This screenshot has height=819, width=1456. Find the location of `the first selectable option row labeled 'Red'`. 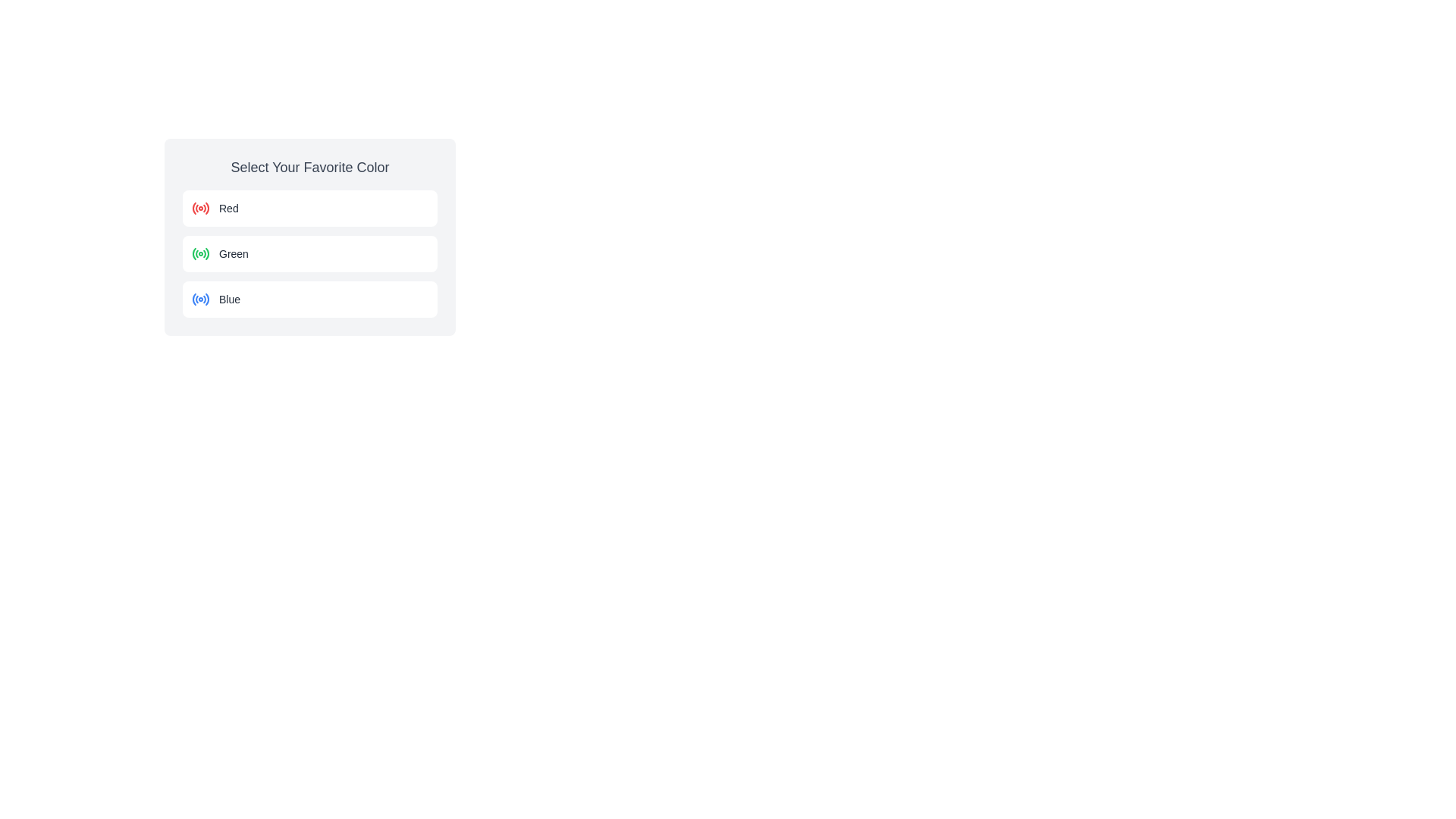

the first selectable option row labeled 'Red' is located at coordinates (309, 208).